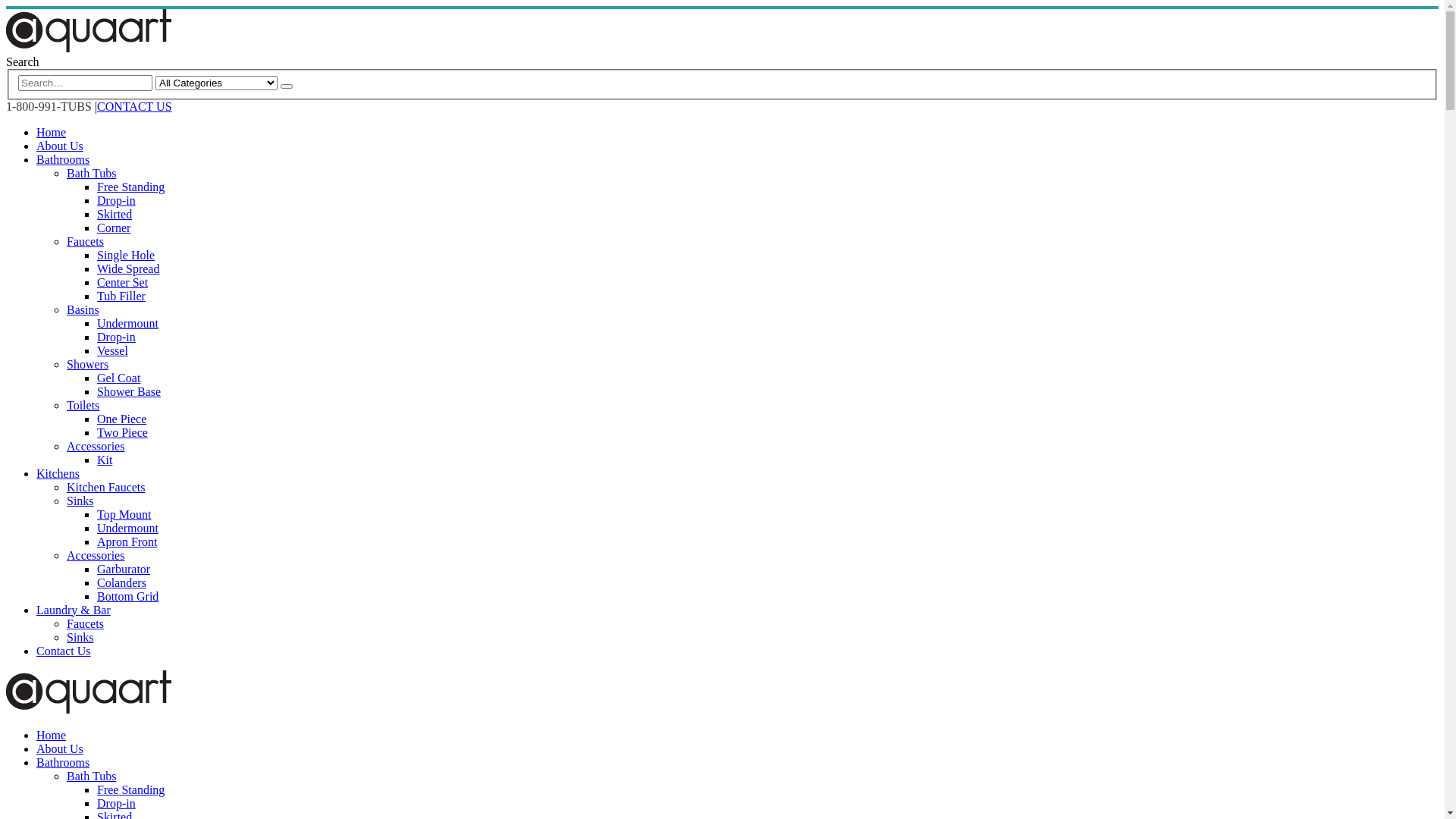  Describe the element at coordinates (127, 527) in the screenshot. I see `'Undermount'` at that location.